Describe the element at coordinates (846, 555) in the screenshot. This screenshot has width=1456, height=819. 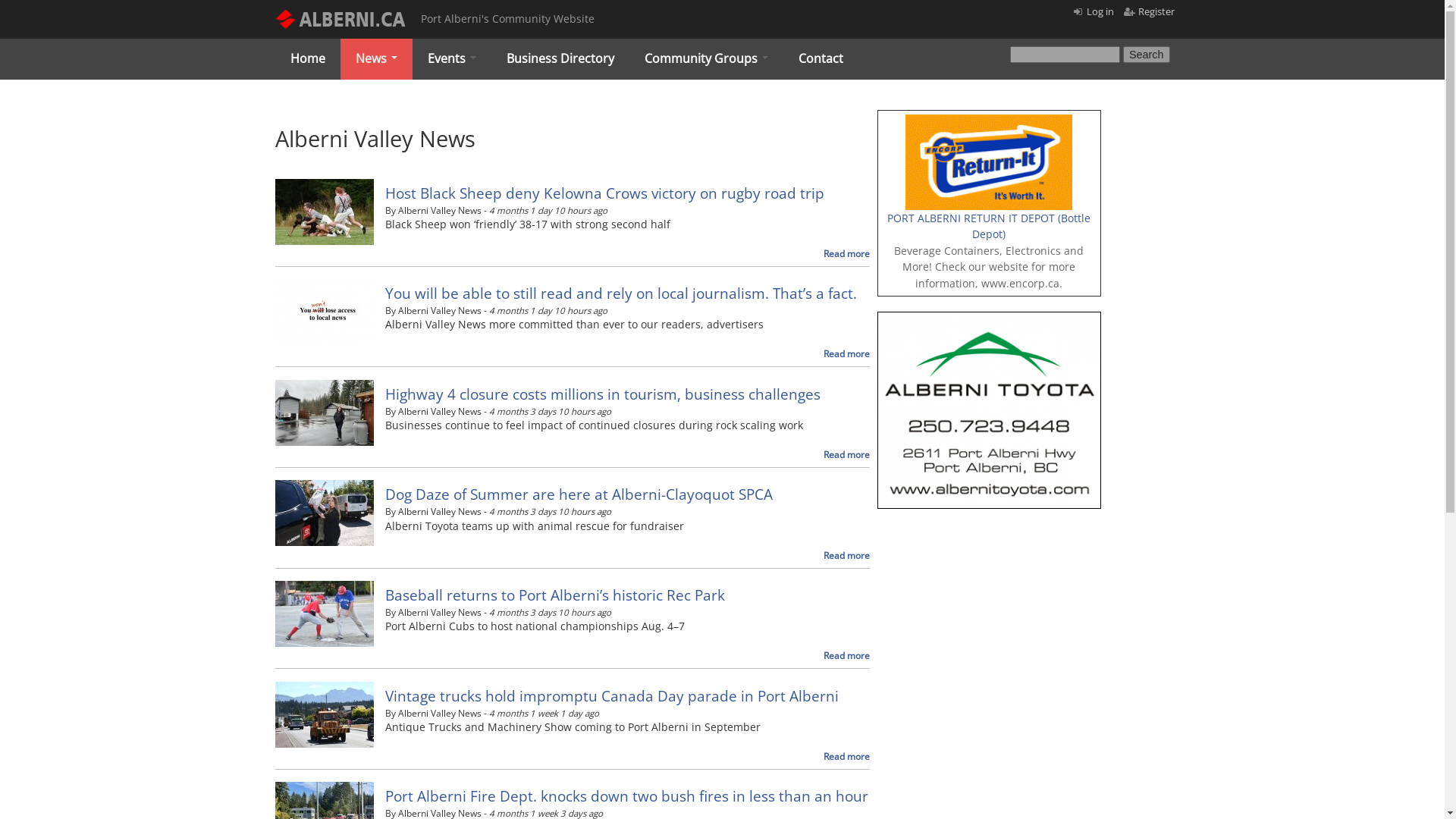
I see `'Read more'` at that location.